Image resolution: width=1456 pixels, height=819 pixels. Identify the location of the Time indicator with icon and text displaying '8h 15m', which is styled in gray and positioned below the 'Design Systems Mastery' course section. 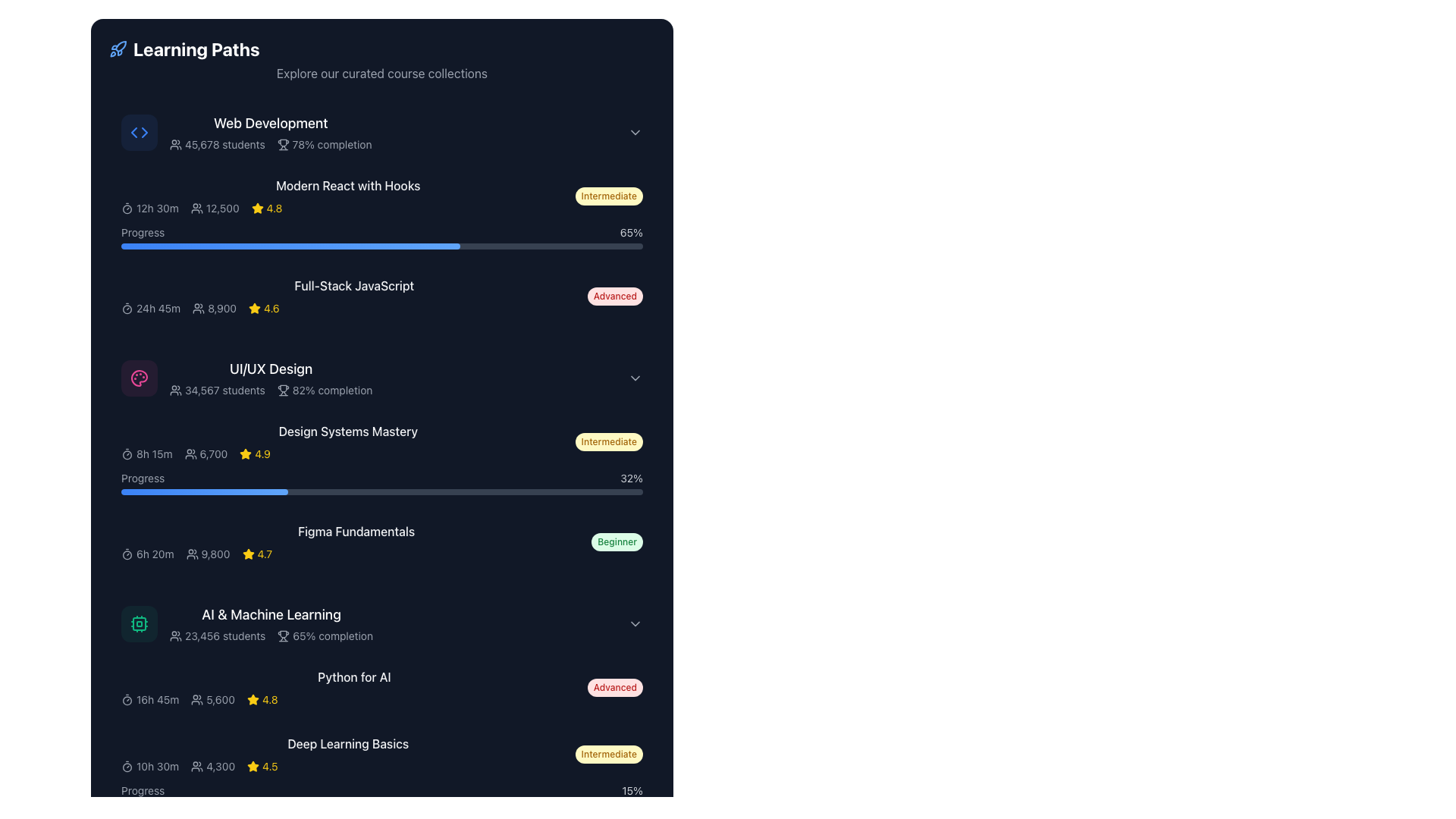
(146, 453).